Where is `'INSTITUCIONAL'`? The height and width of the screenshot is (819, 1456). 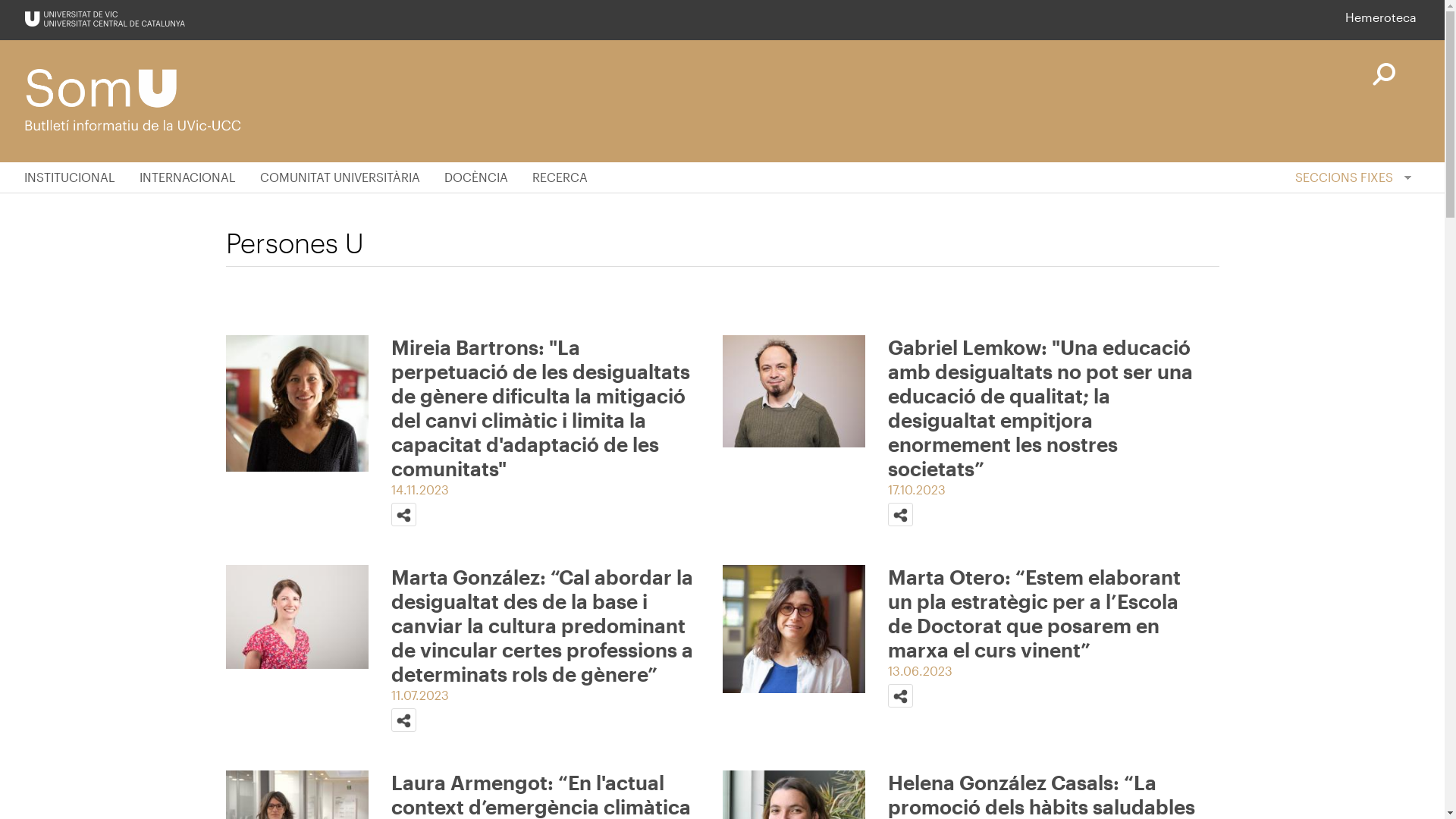
'INSTITUCIONAL' is located at coordinates (75, 177).